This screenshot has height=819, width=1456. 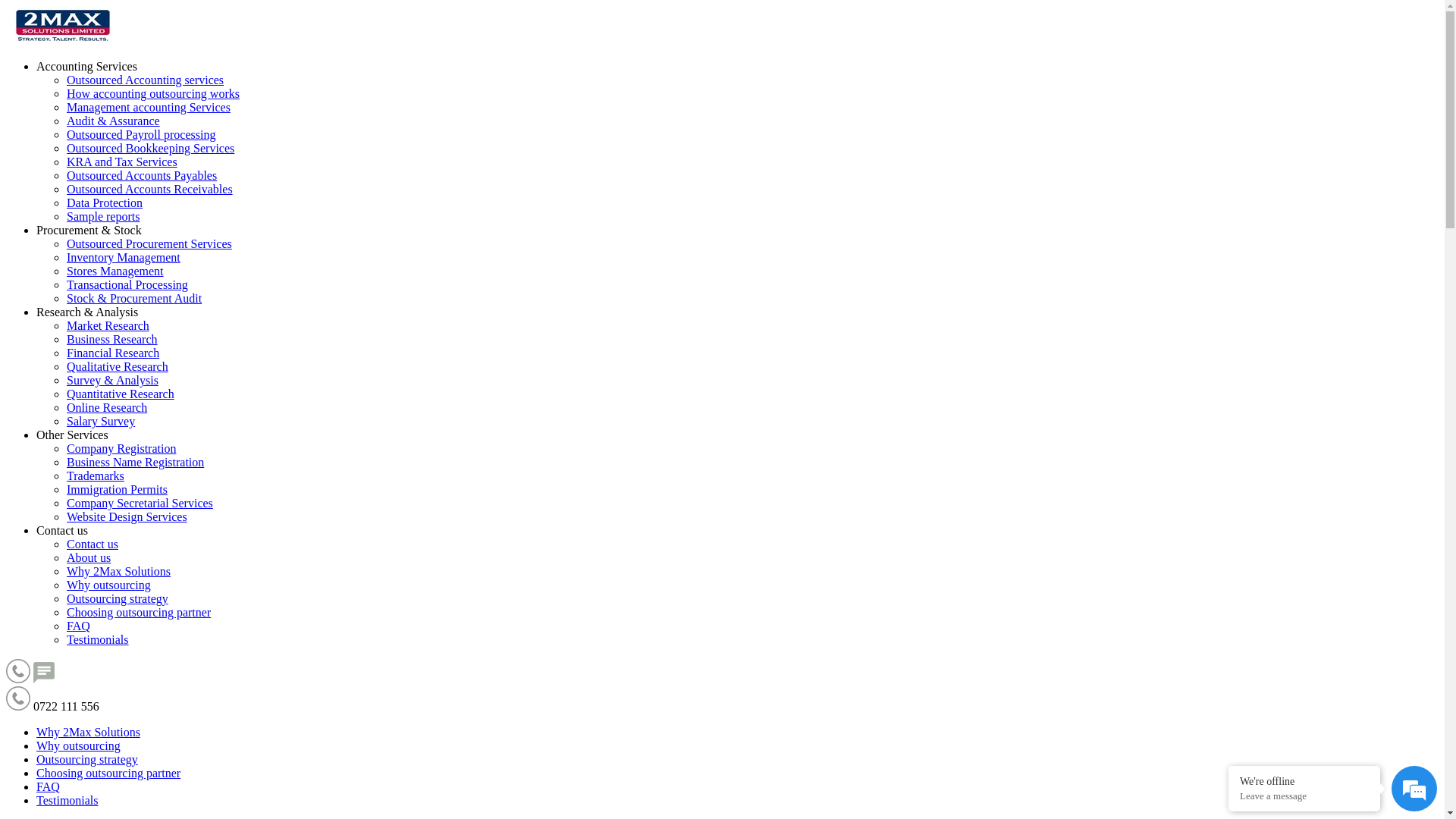 I want to click on 'Outsourced Bookkeeping Services', so click(x=65, y=148).